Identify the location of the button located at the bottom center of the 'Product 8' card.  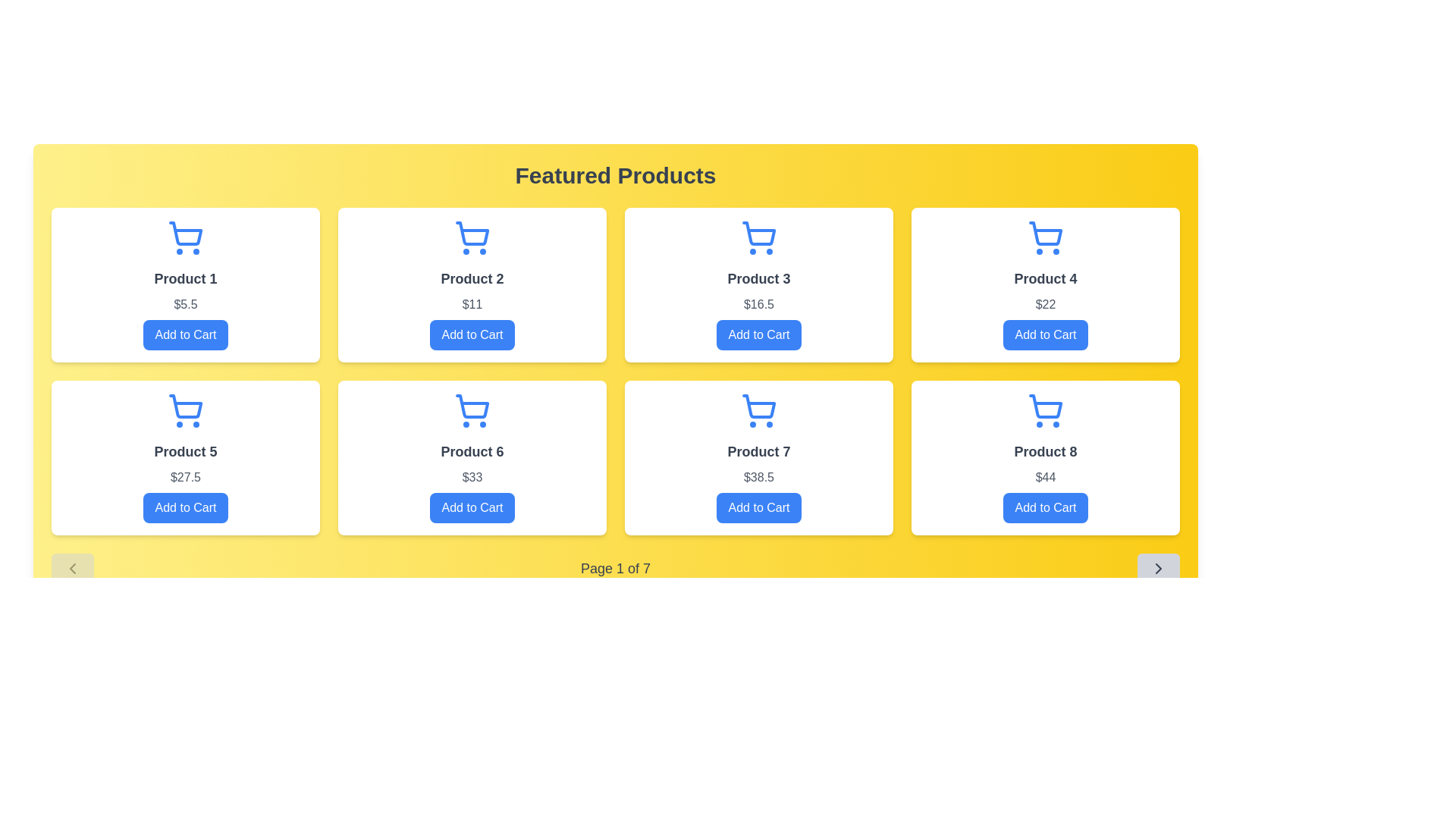
(1044, 508).